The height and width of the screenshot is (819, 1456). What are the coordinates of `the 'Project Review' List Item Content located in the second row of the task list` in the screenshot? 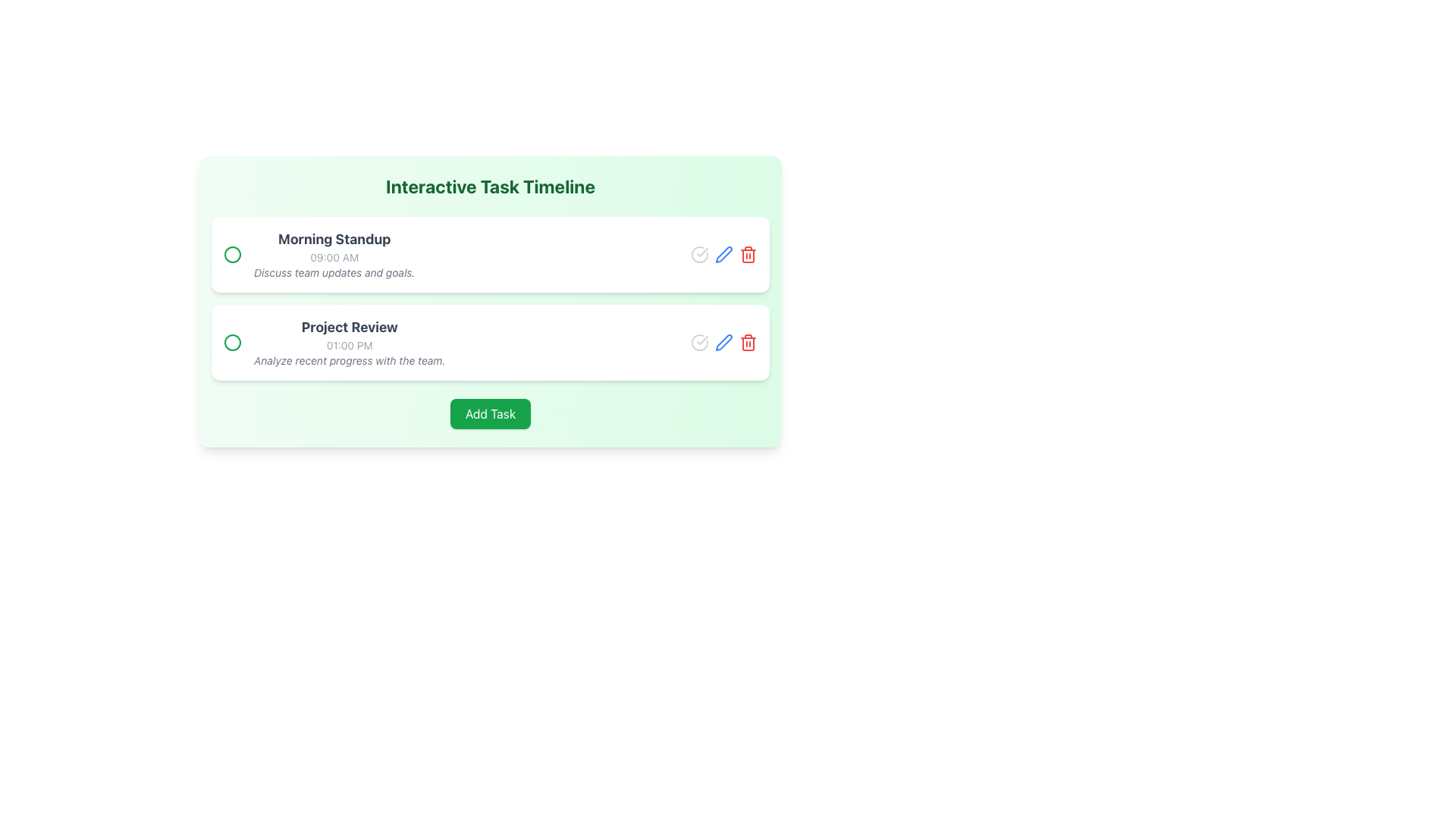 It's located at (349, 342).